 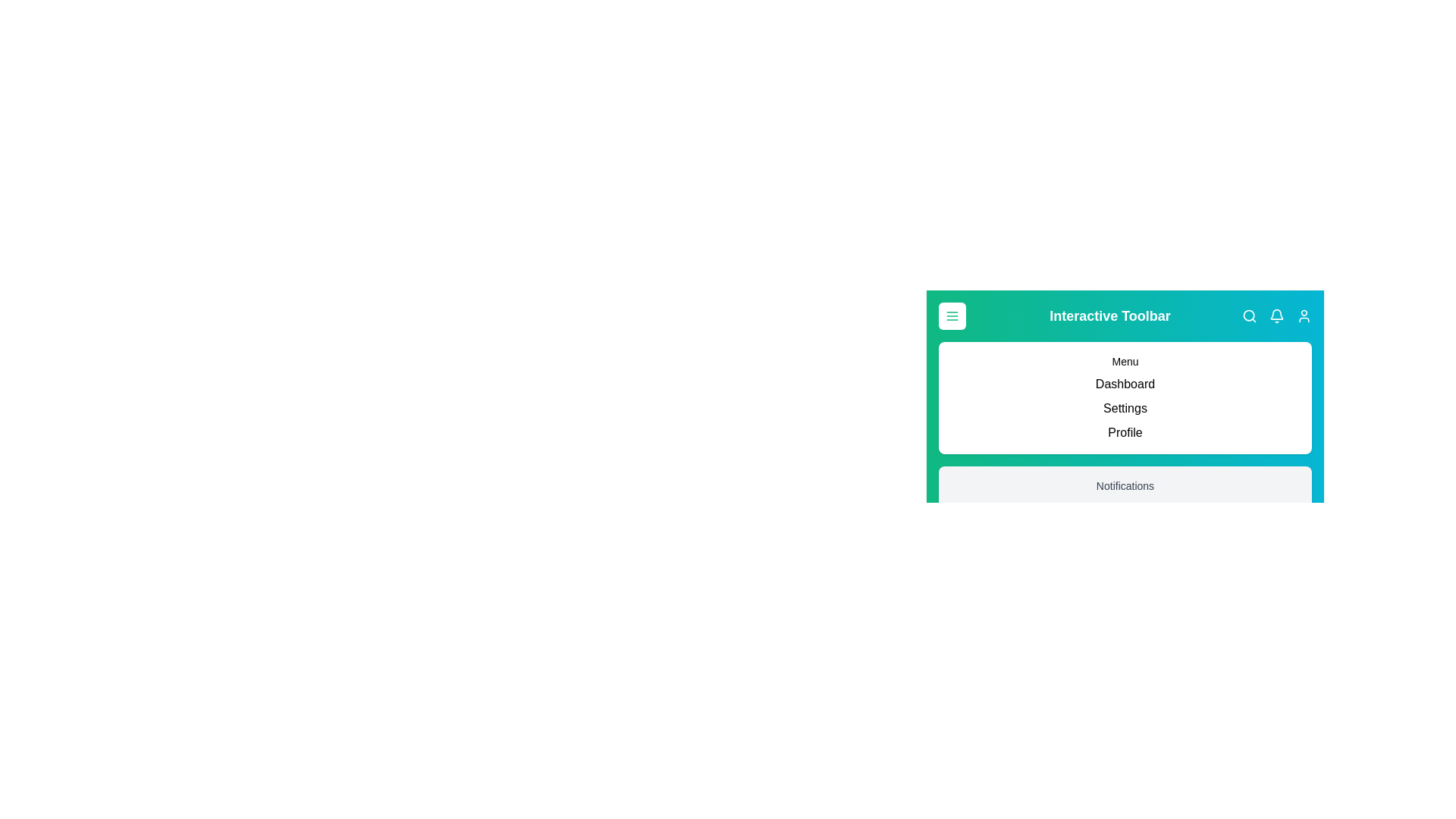 What do you see at coordinates (1276, 315) in the screenshot?
I see `the bell icon to toggle the notifications panel visibility` at bounding box center [1276, 315].